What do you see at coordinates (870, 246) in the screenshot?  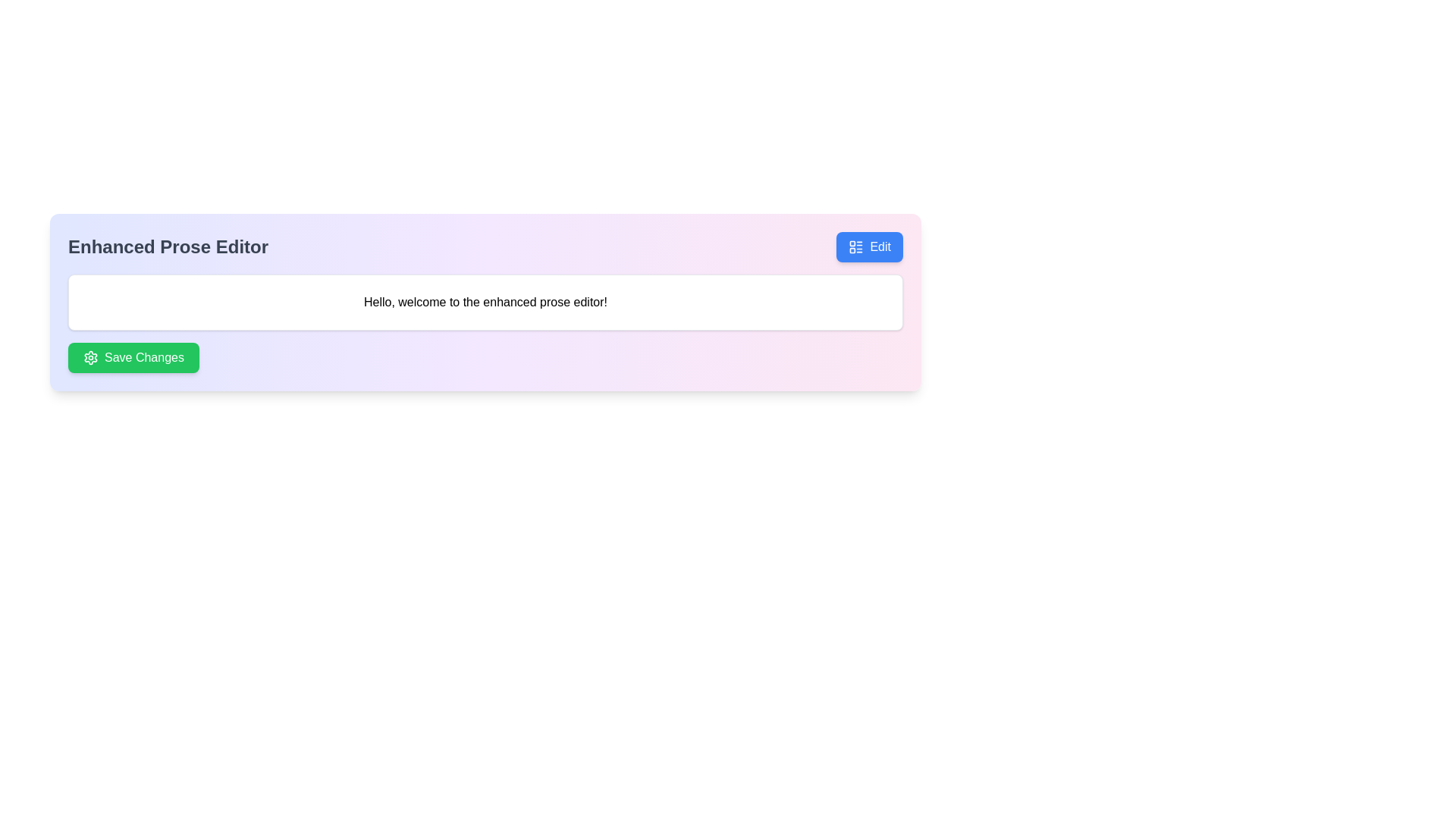 I see `the button with a blue background and white text saying 'Edit', located in the top-right corner above a text field` at bounding box center [870, 246].